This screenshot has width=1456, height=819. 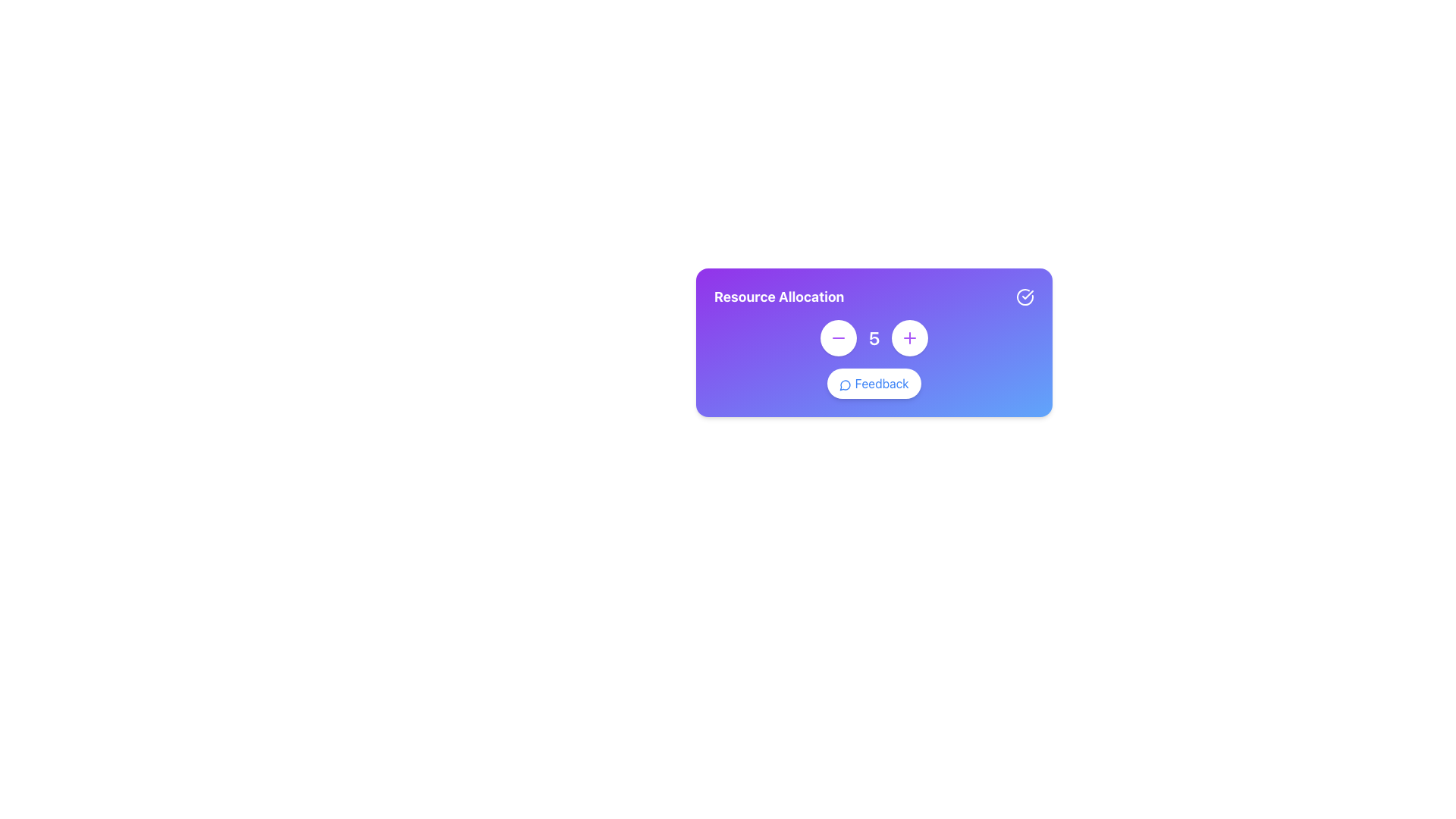 What do you see at coordinates (874, 397) in the screenshot?
I see `the feedback button located at the center-bottom of the 'Resource Allocation' card` at bounding box center [874, 397].